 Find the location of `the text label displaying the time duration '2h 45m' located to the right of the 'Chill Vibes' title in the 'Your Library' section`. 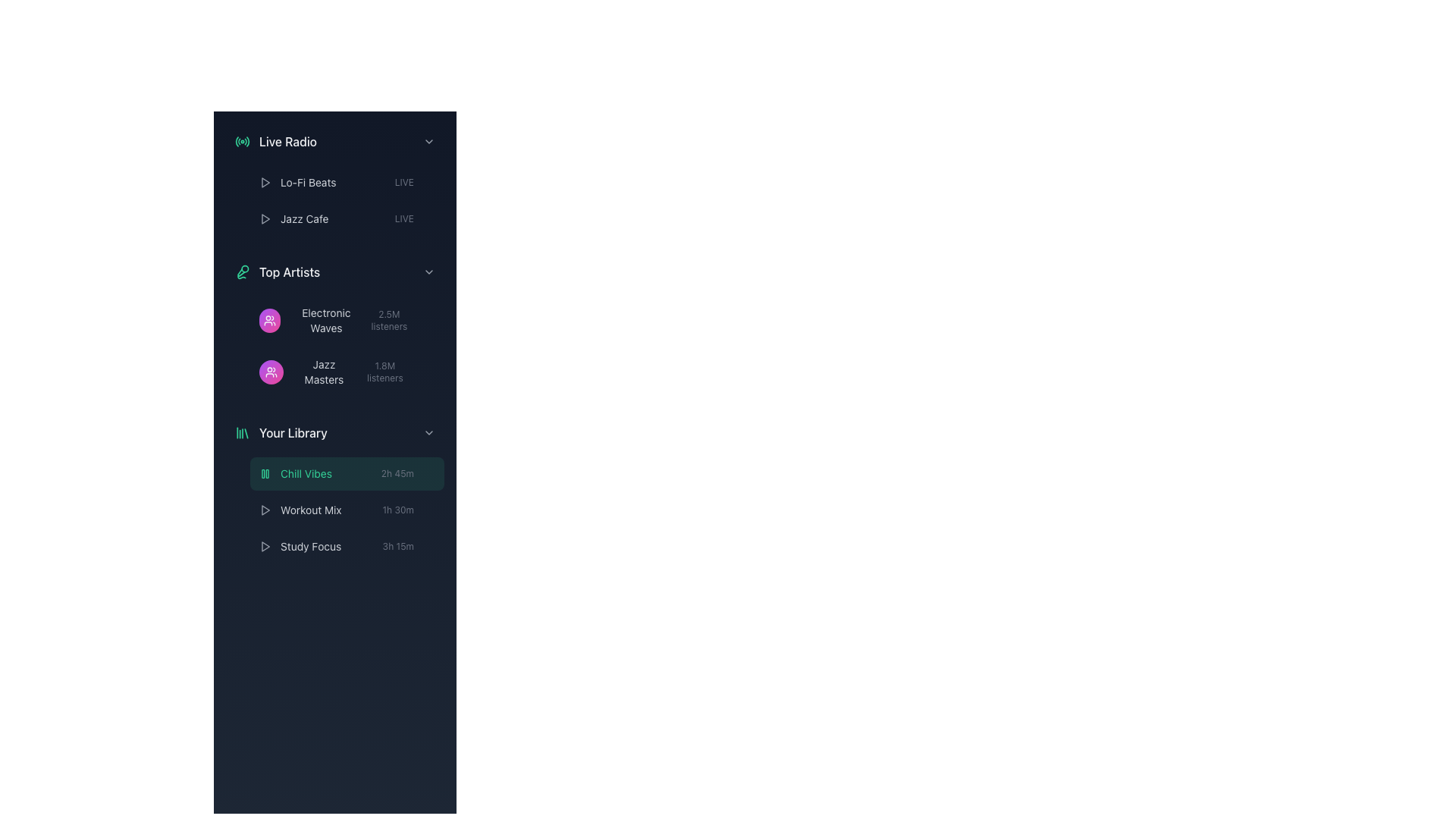

the text label displaying the time duration '2h 45m' located to the right of the 'Chill Vibes' title in the 'Your Library' section is located at coordinates (408, 472).